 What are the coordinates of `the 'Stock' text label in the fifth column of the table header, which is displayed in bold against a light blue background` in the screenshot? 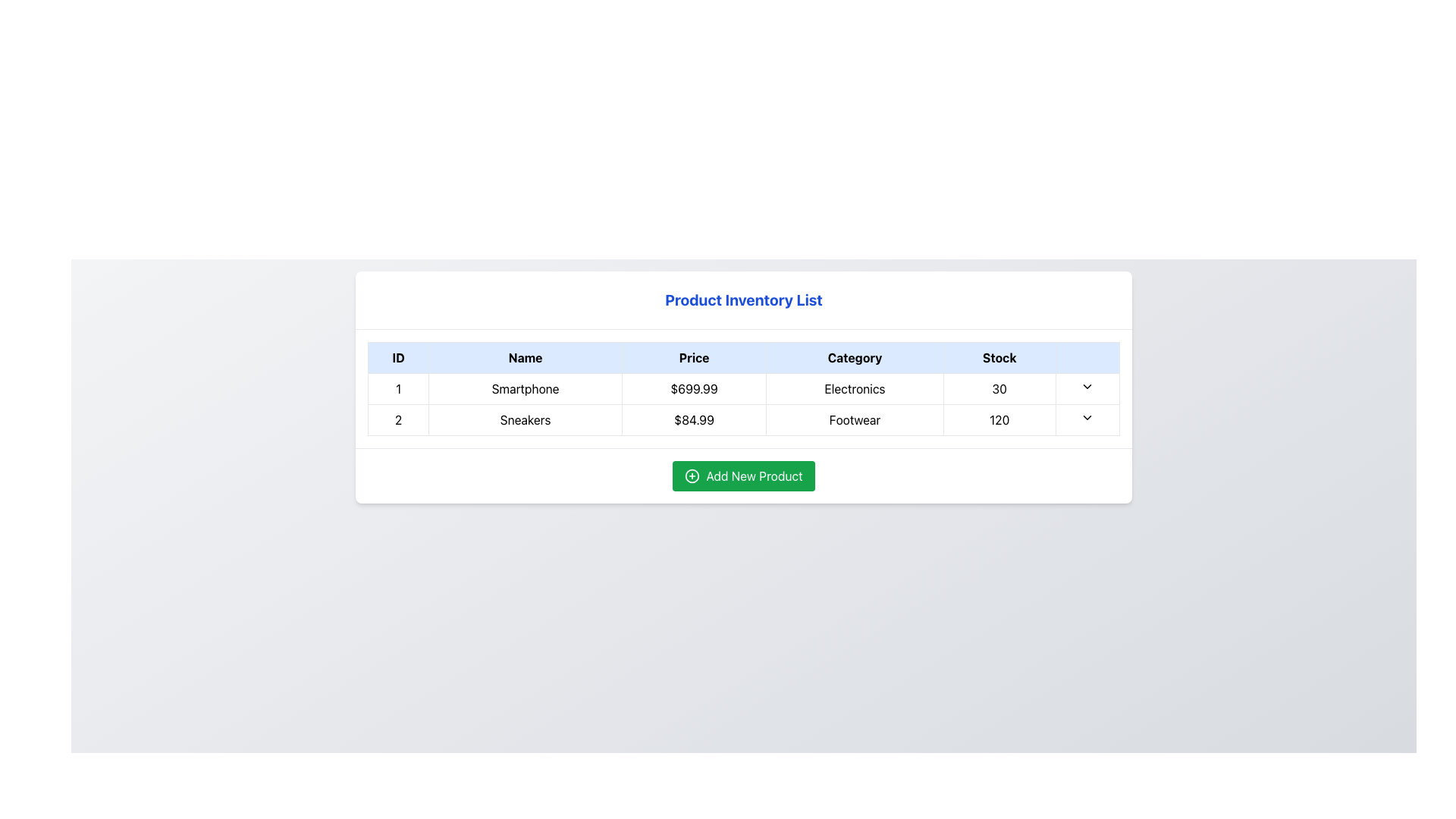 It's located at (999, 357).